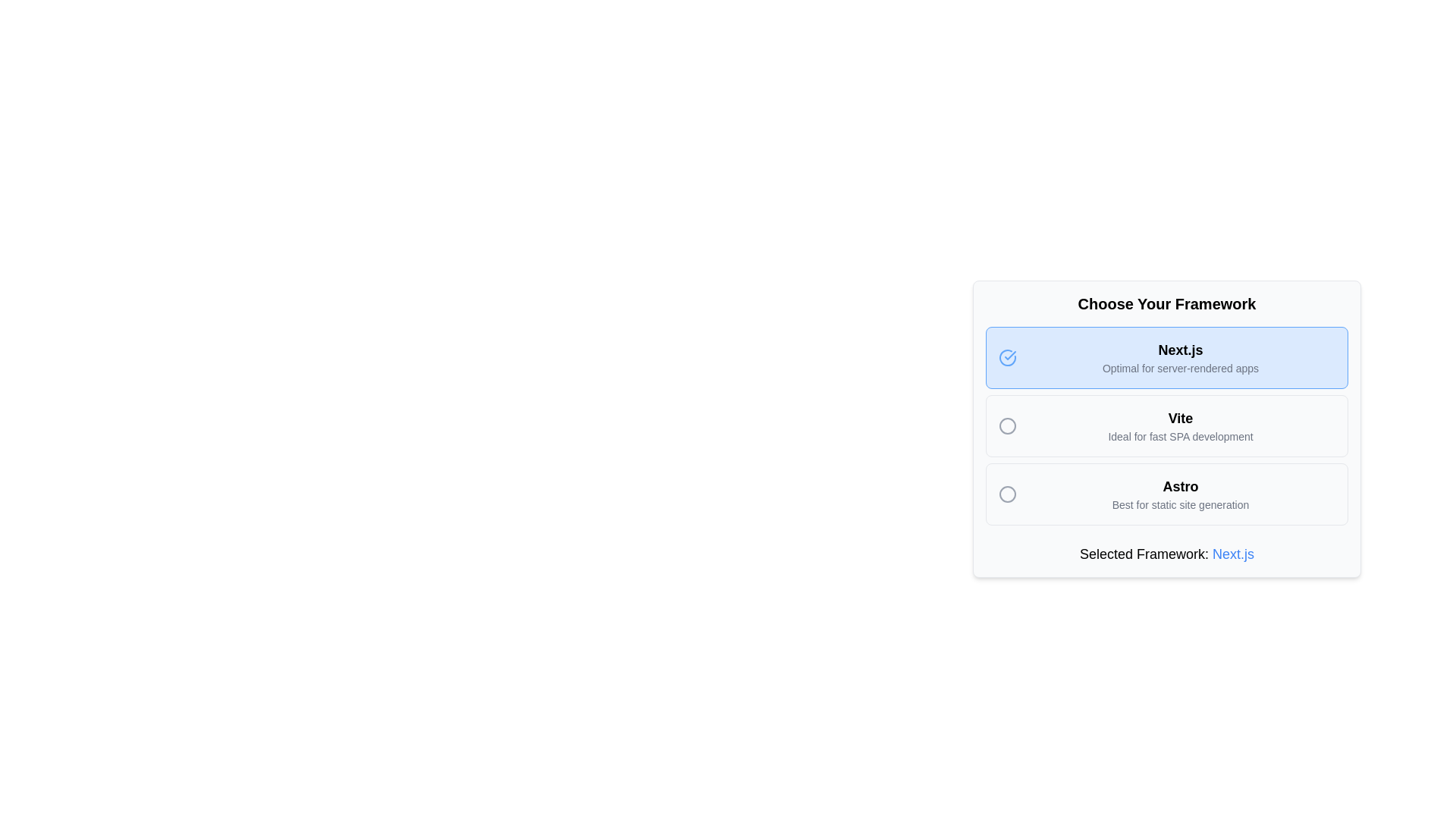 This screenshot has height=819, width=1456. Describe the element at coordinates (1012, 426) in the screenshot. I see `the unselected radio button for the 'Vite' framework, which is a circular icon with a gray outline located to the left of the text 'ViteIdeal for fast SPA development'` at that location.